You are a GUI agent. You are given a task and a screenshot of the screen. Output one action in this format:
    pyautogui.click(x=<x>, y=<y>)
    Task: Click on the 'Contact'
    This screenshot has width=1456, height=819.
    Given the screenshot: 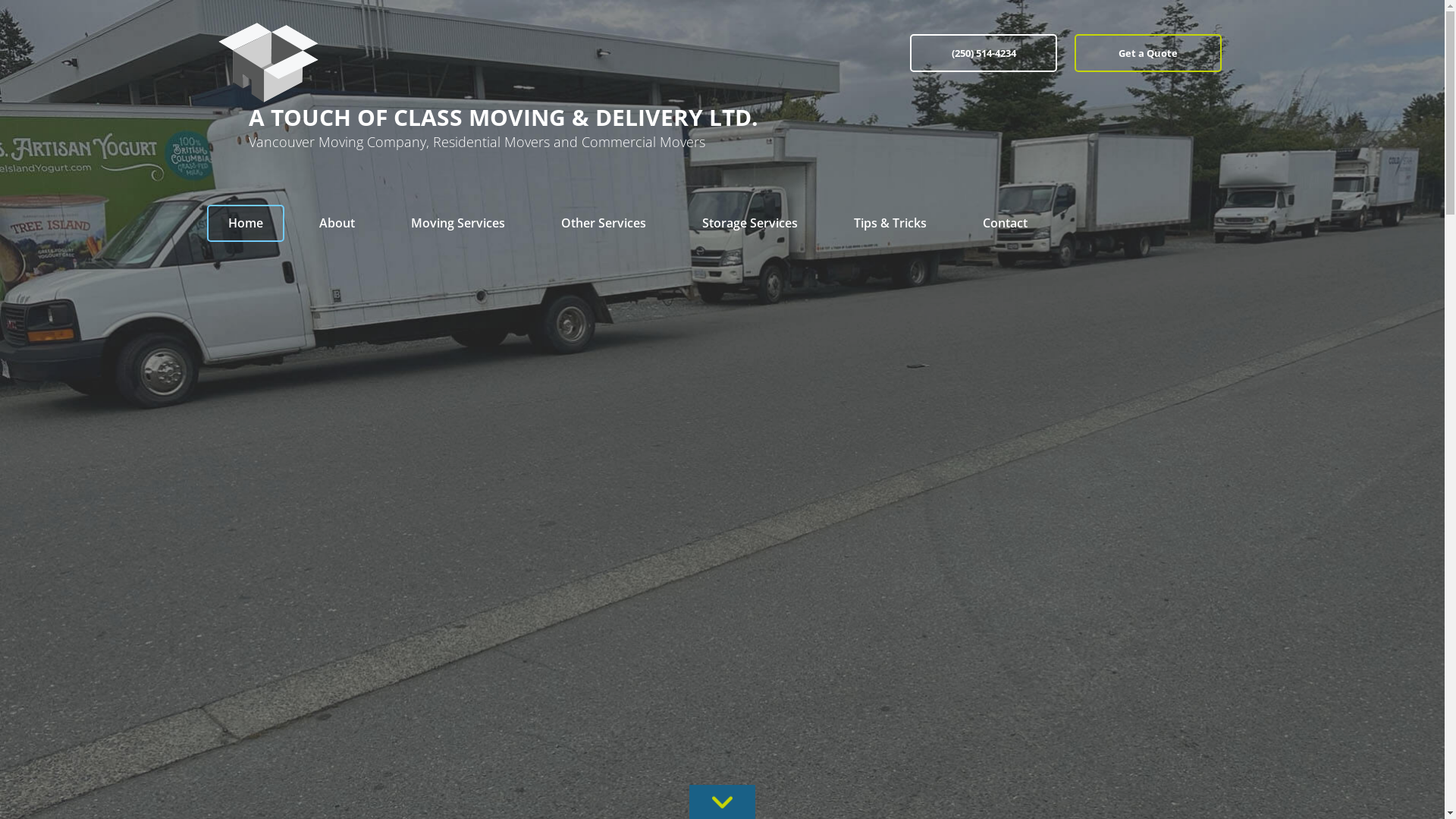 What is the action you would take?
    pyautogui.click(x=1005, y=223)
    